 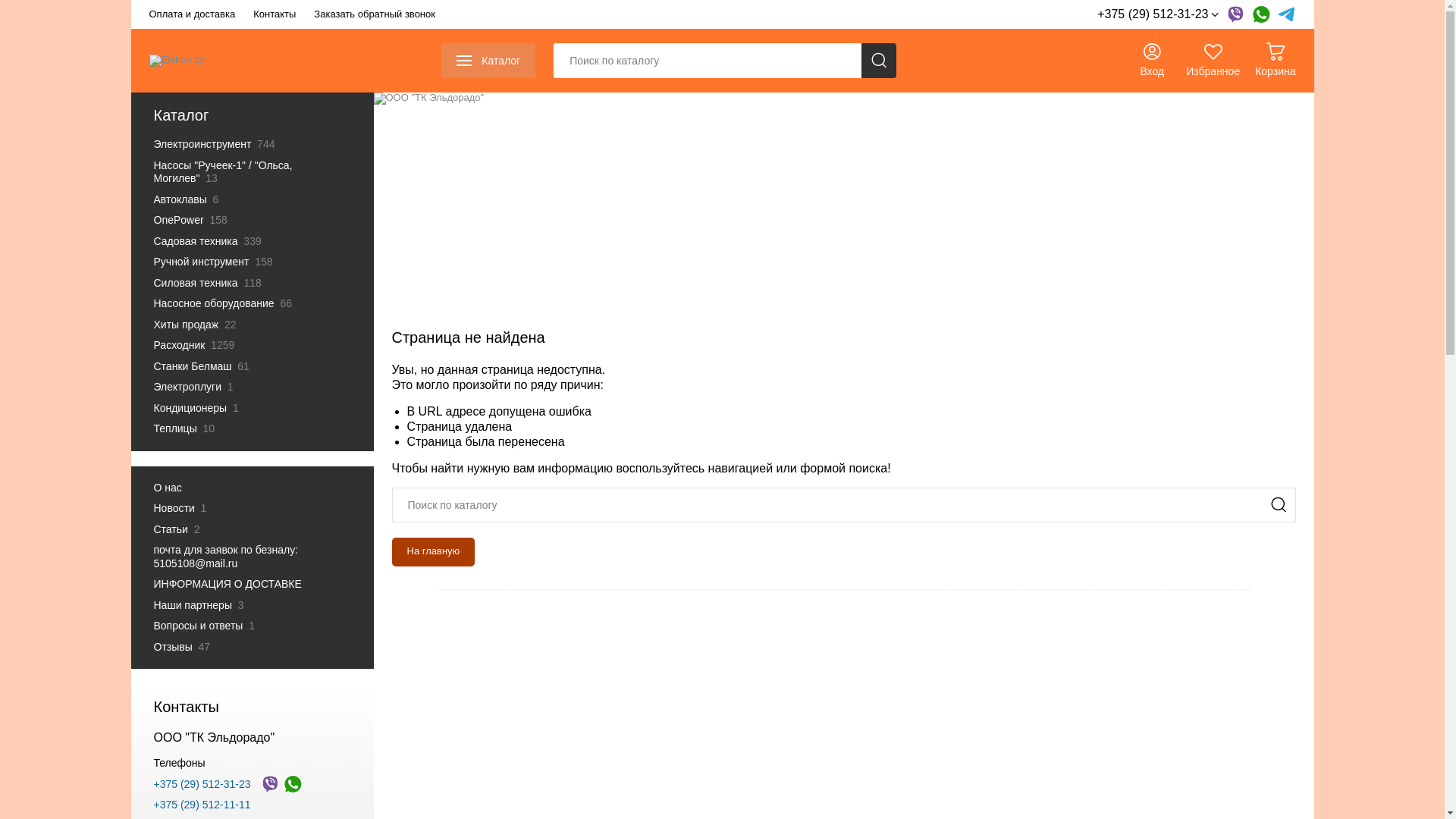 What do you see at coordinates (1285, 14) in the screenshot?
I see `'Telegram'` at bounding box center [1285, 14].